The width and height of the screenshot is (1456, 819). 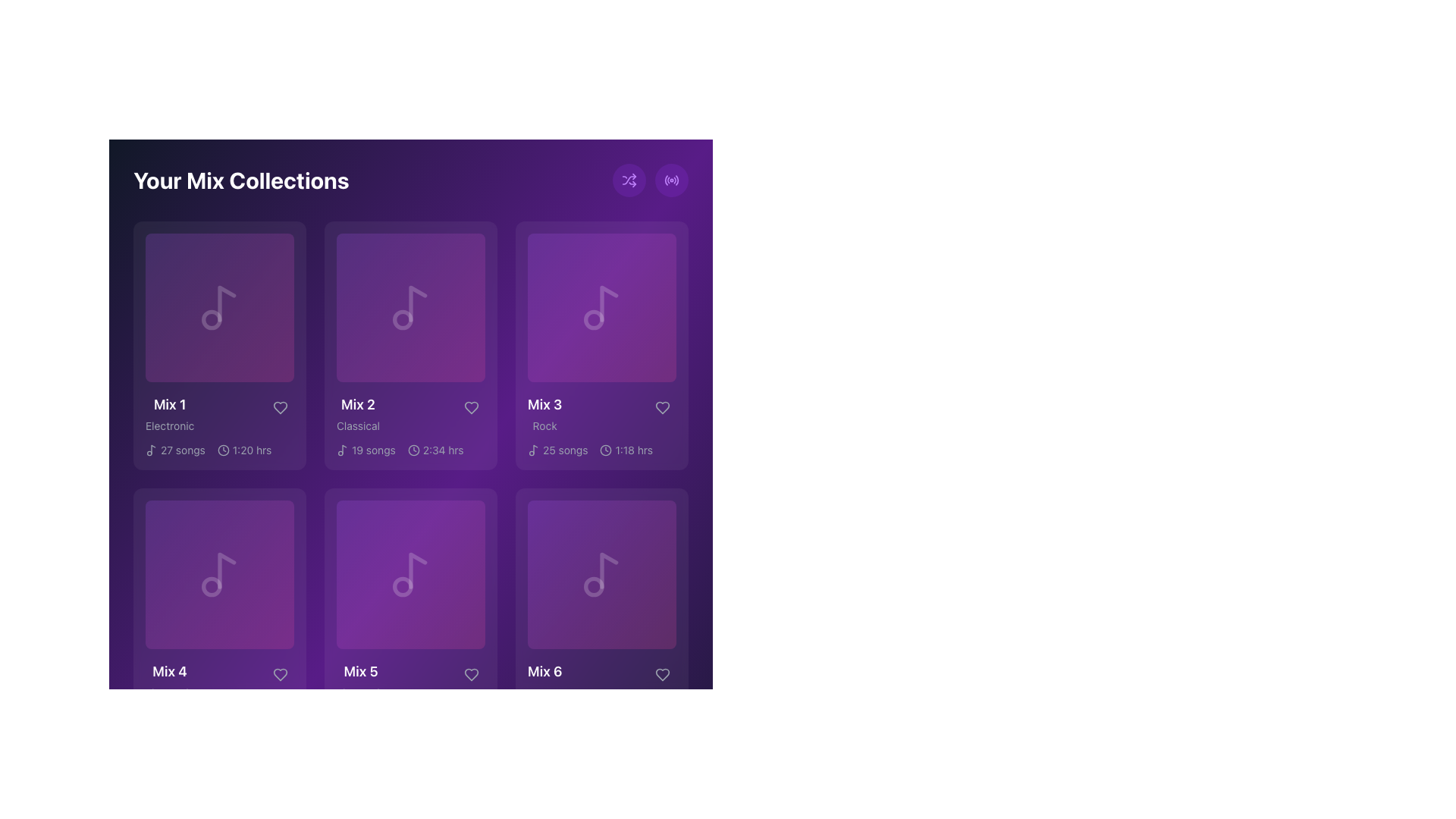 I want to click on text '27 songs' displayed in light typography on a dark purple background, located in the lower left corner of the 'Mix 1' section in the 'Your Mix Collections' grid layout, so click(x=182, y=450).